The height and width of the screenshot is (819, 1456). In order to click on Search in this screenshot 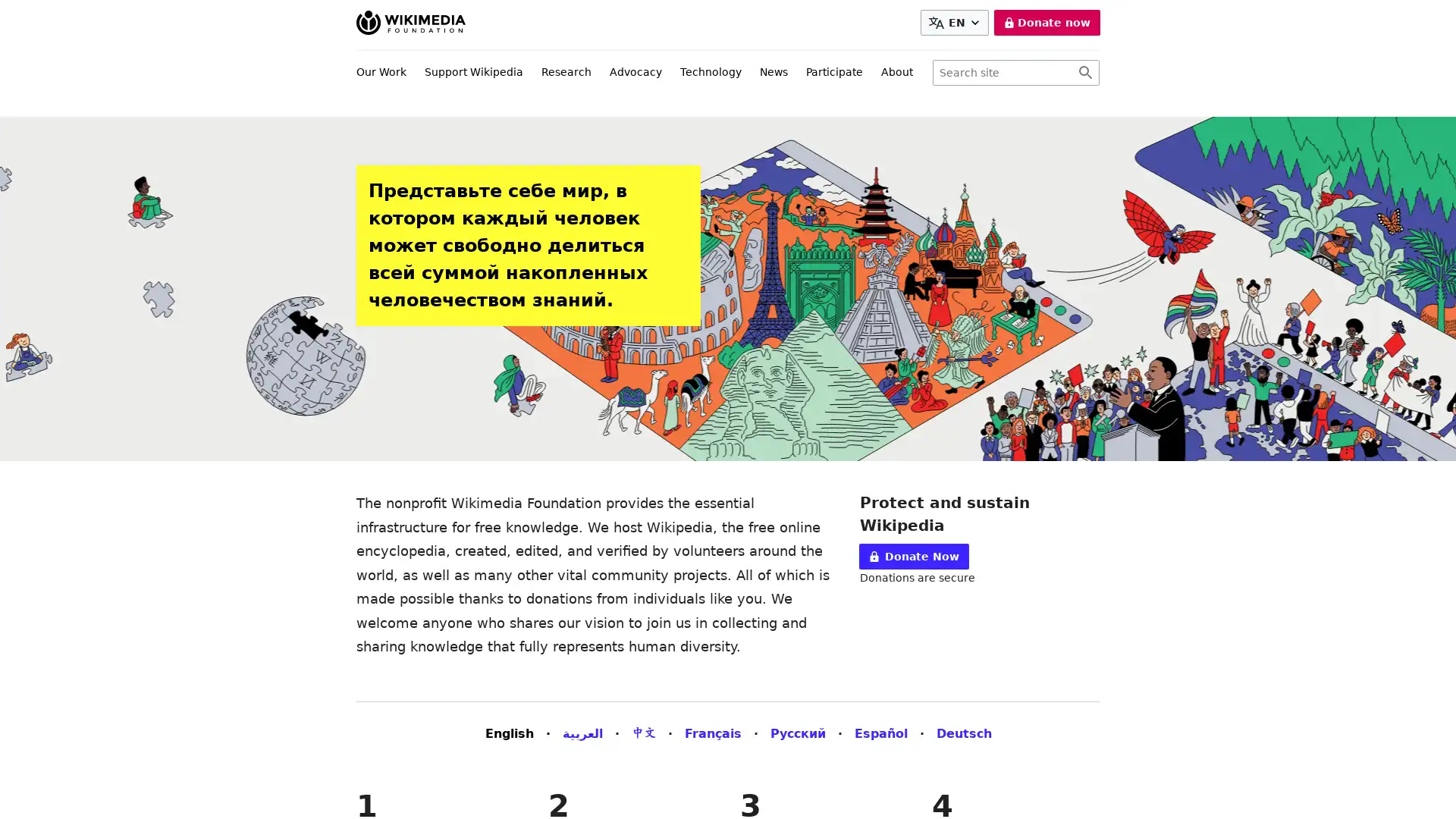, I will do `click(1084, 73)`.